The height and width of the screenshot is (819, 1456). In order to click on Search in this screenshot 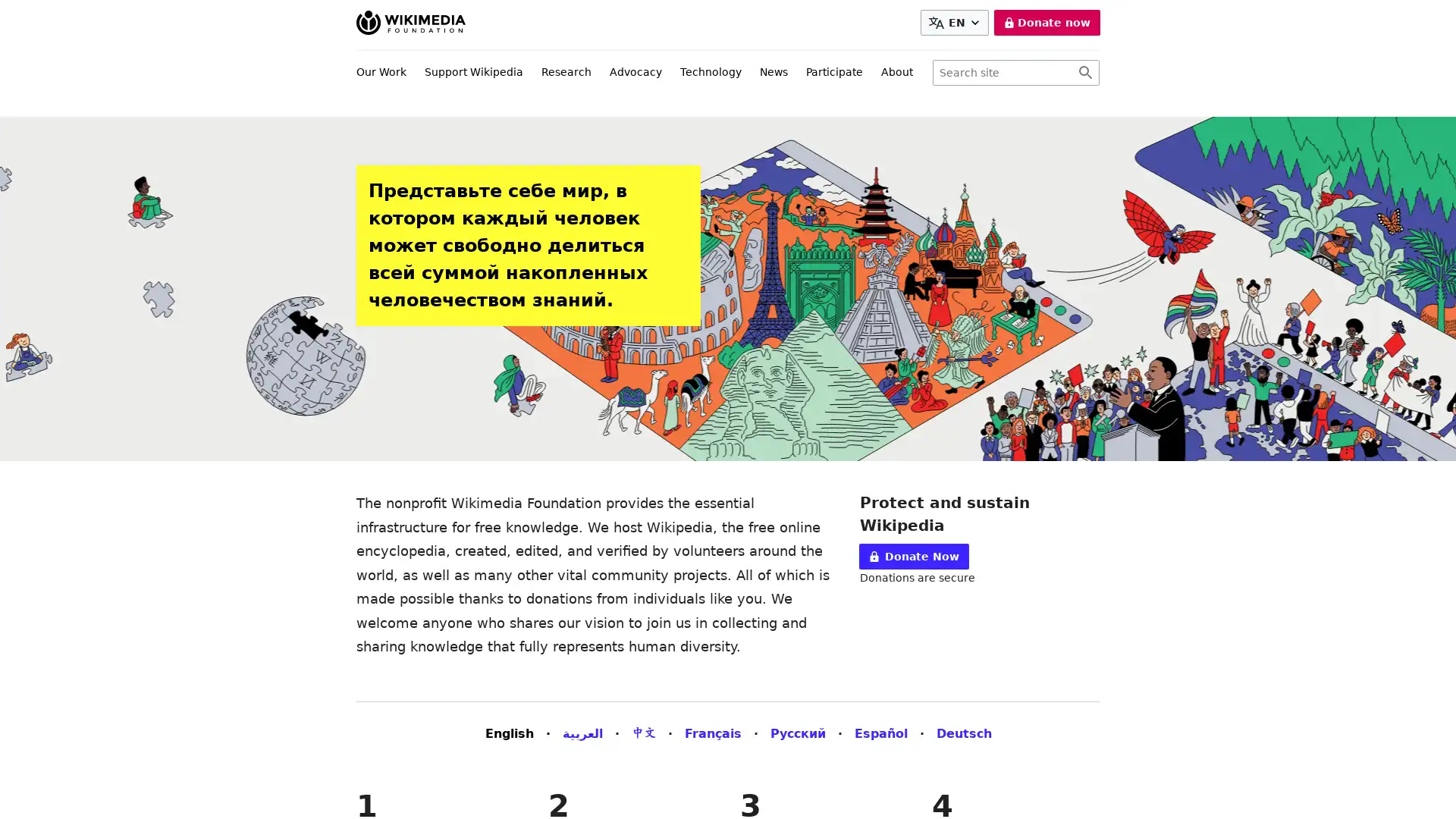, I will do `click(1084, 73)`.